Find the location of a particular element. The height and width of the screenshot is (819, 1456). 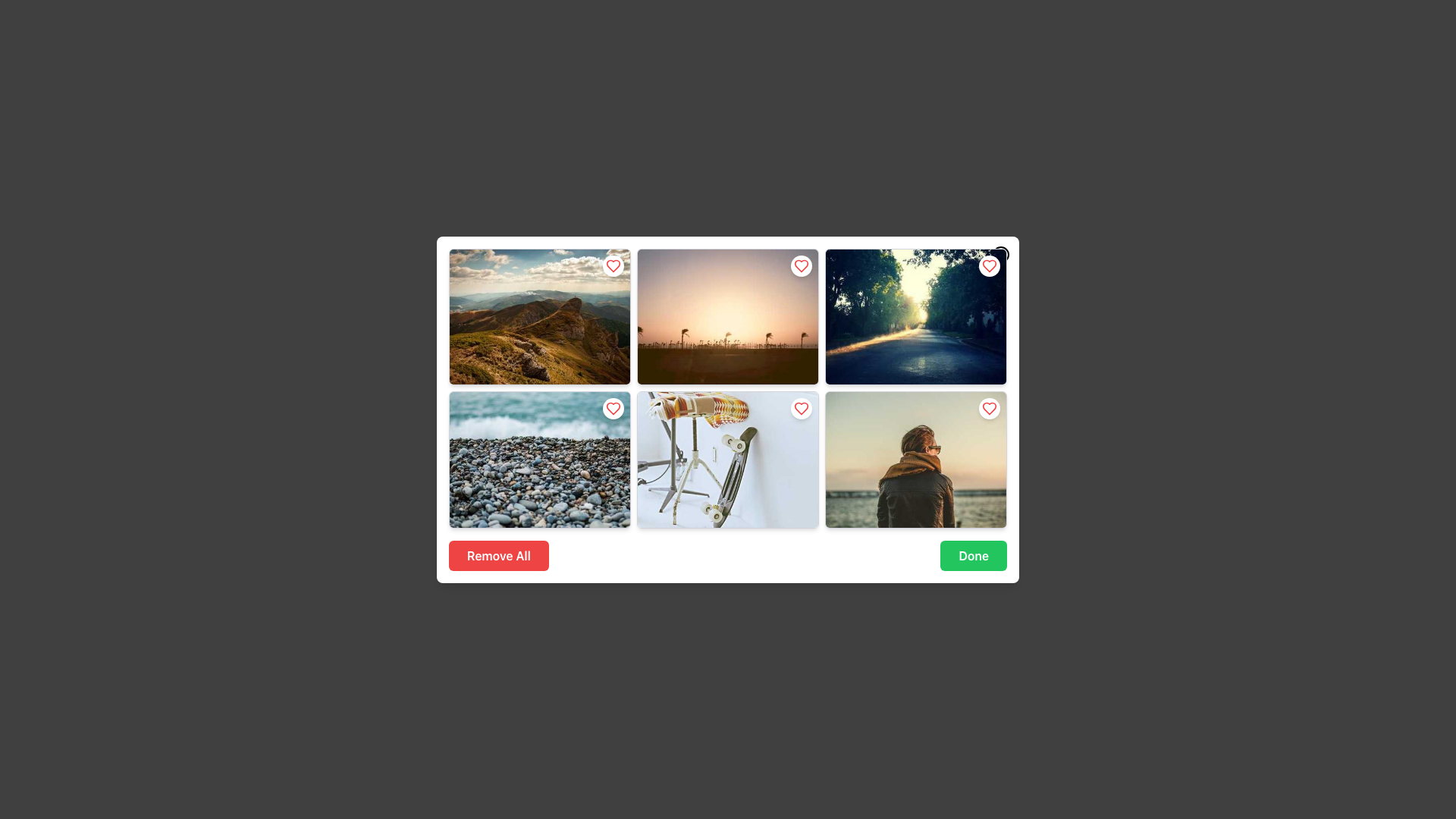

the heart icon button located at the top-right corner of the bottom-right image card is located at coordinates (990, 408).